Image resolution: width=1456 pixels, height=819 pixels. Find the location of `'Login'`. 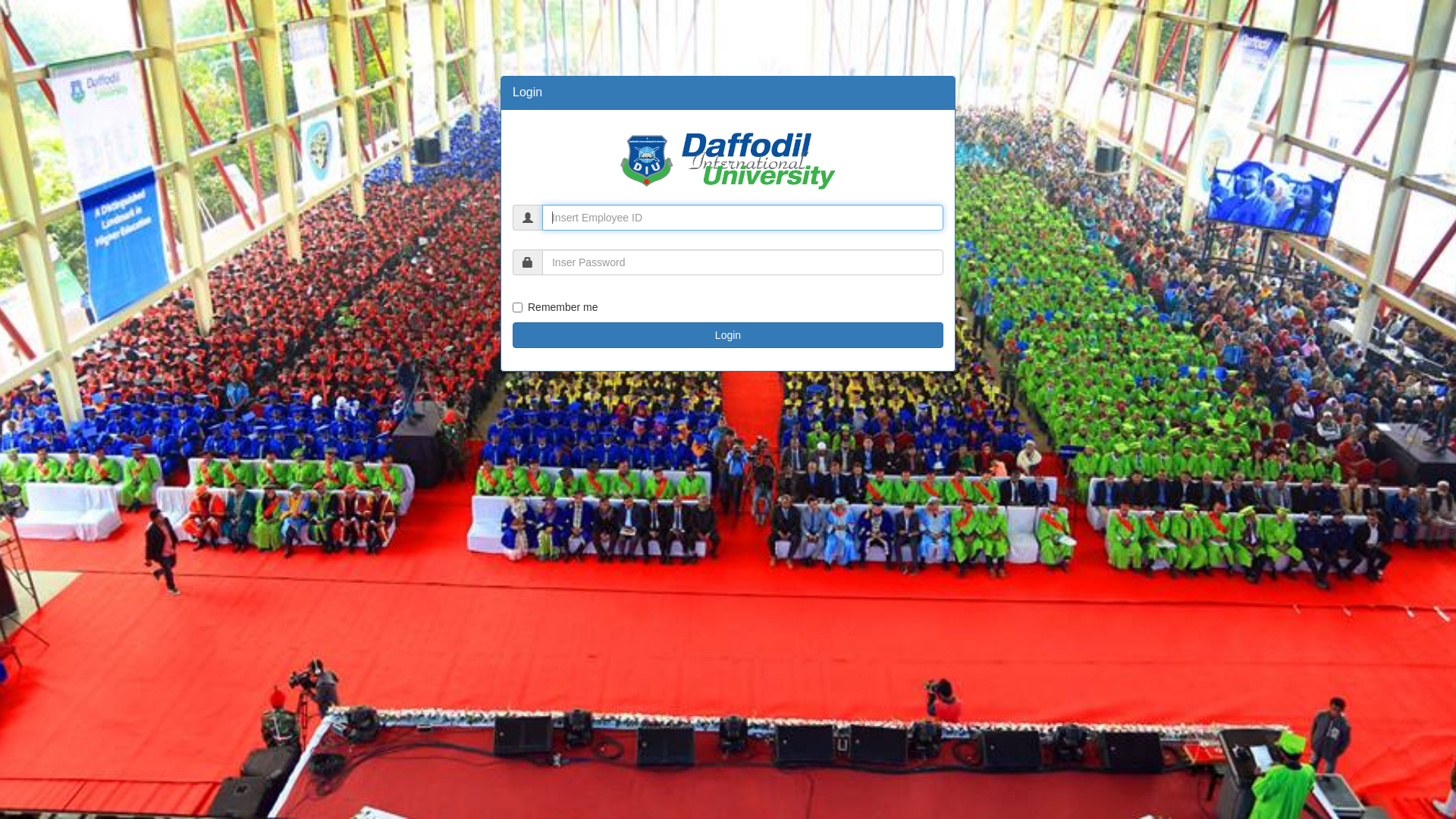

'Login' is located at coordinates (728, 334).